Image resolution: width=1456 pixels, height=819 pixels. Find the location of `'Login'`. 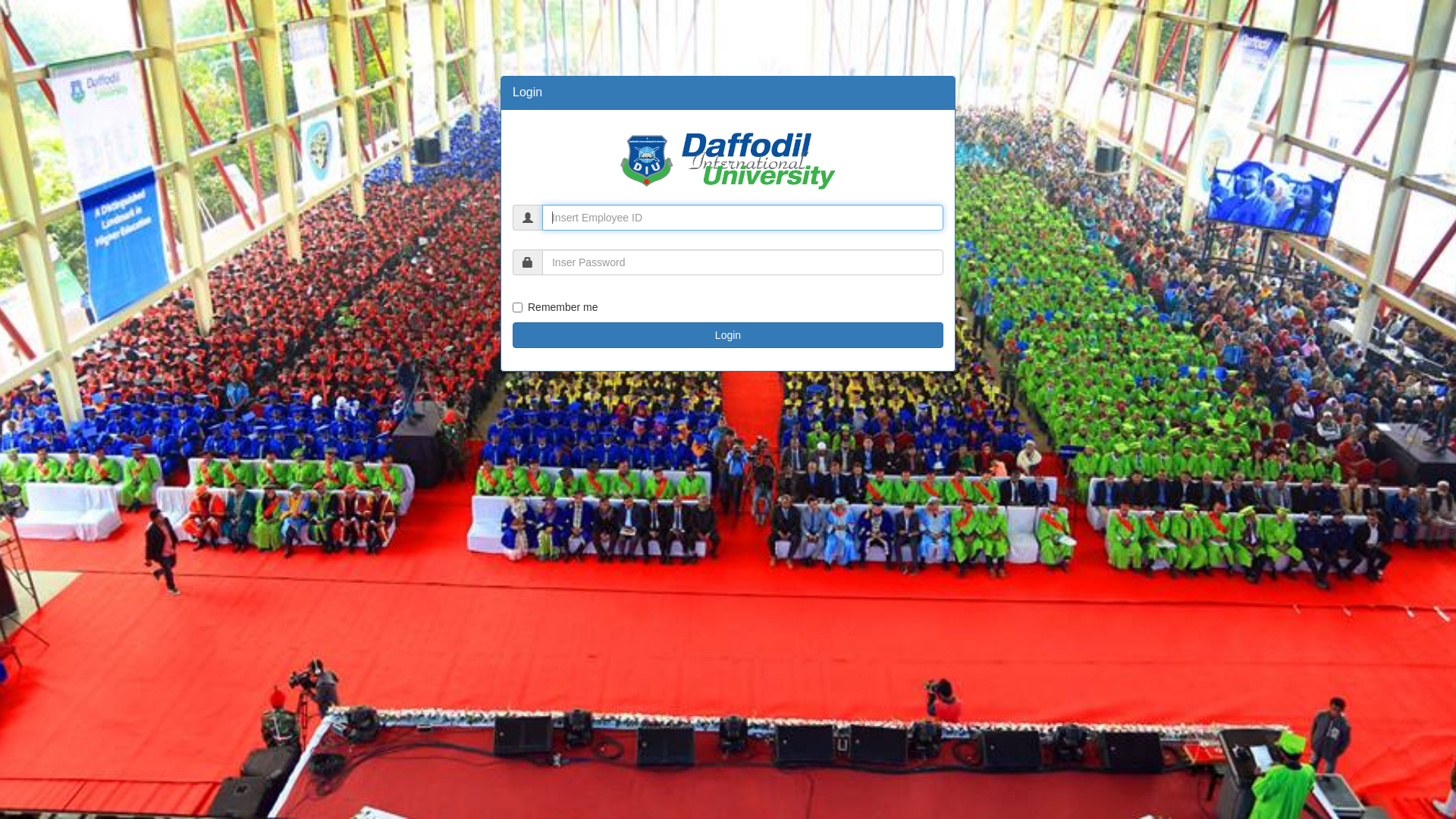

'Login' is located at coordinates (728, 334).